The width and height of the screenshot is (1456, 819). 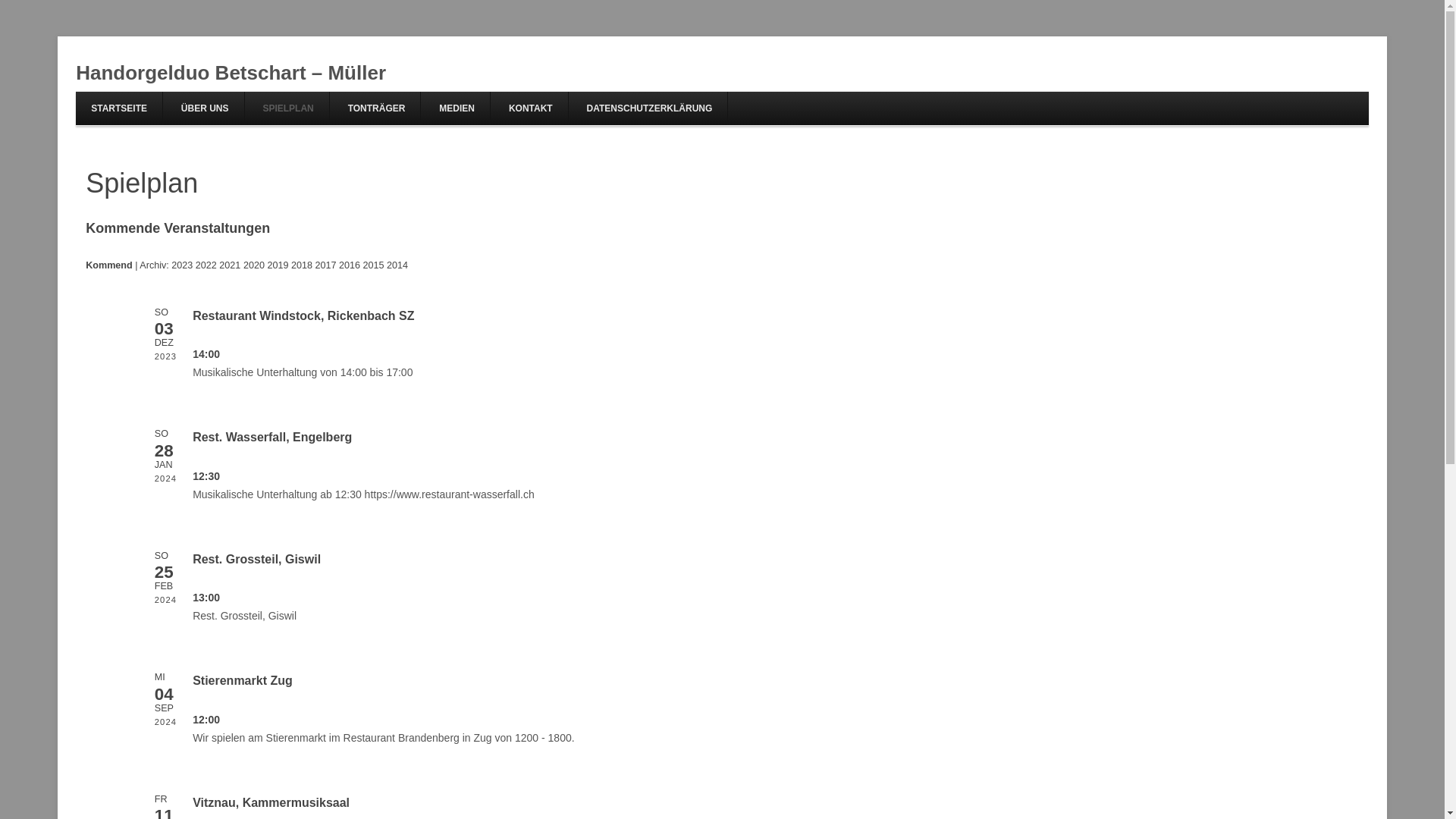 I want to click on '2023', so click(x=182, y=265).